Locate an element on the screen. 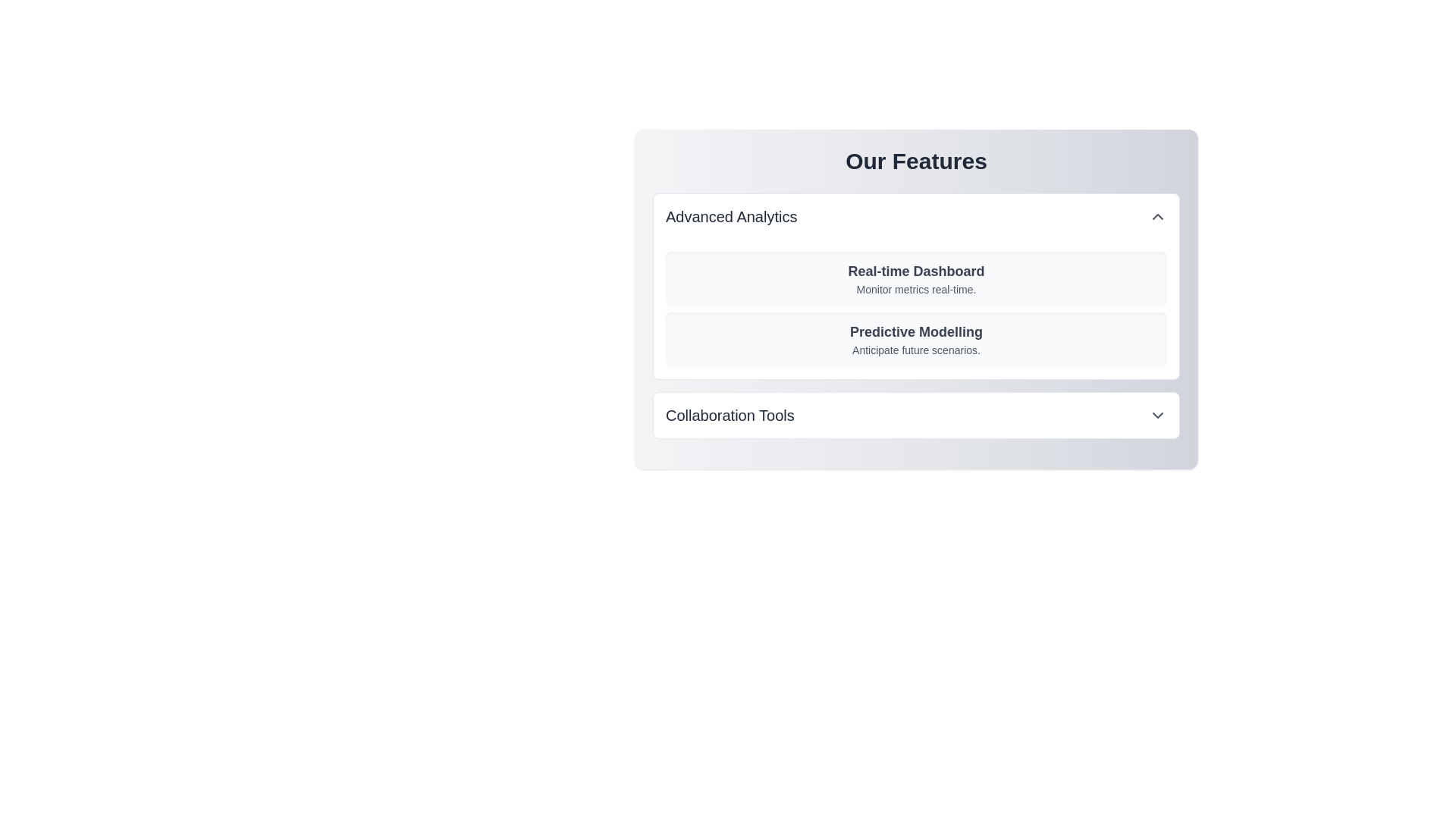 This screenshot has width=1456, height=819. the chevron icon on the far-right side of the 'Advanced Analytics' section header is located at coordinates (1156, 216).